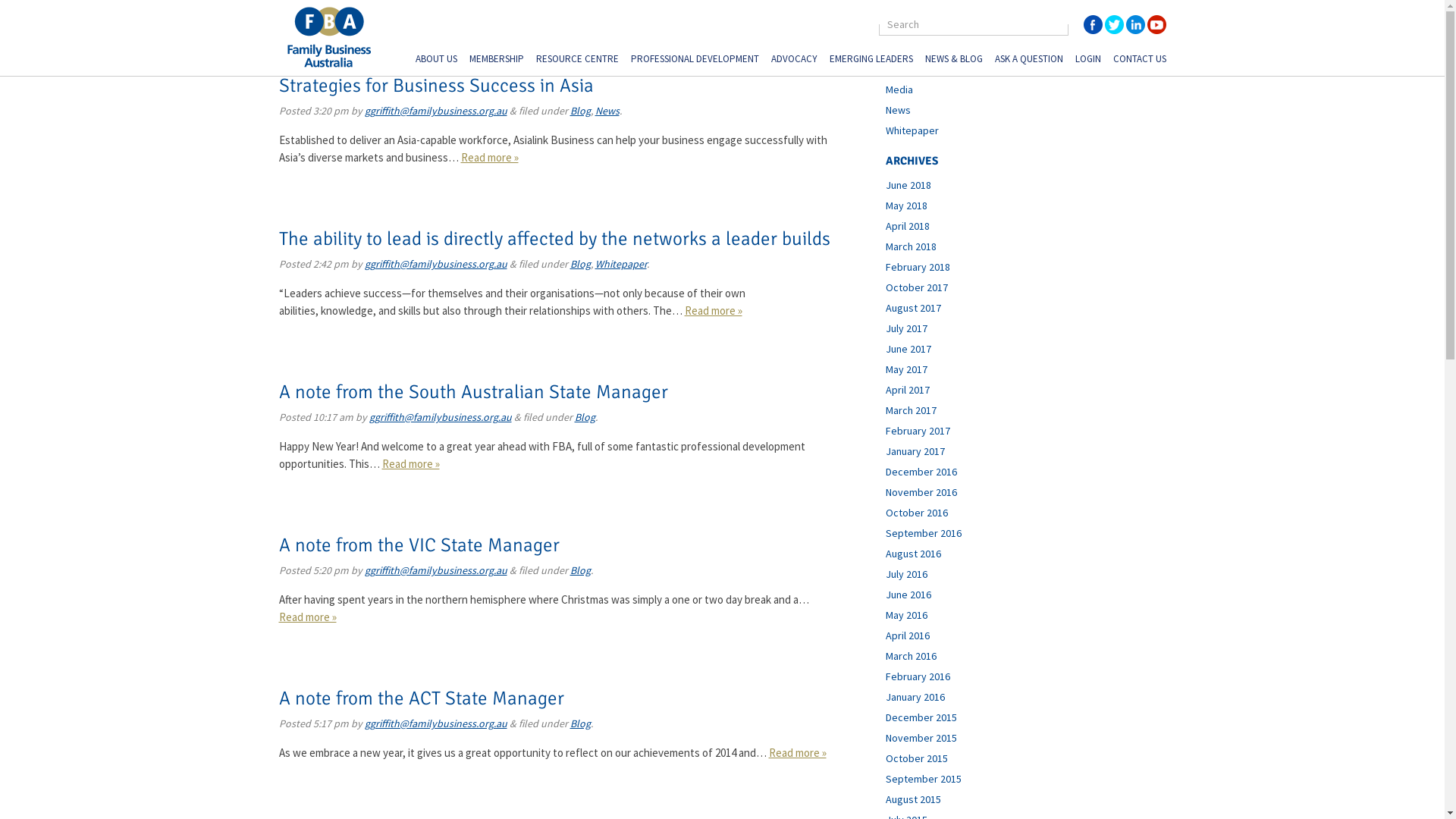 The height and width of the screenshot is (819, 1456). What do you see at coordinates (885, 184) in the screenshot?
I see `'June 2018'` at bounding box center [885, 184].